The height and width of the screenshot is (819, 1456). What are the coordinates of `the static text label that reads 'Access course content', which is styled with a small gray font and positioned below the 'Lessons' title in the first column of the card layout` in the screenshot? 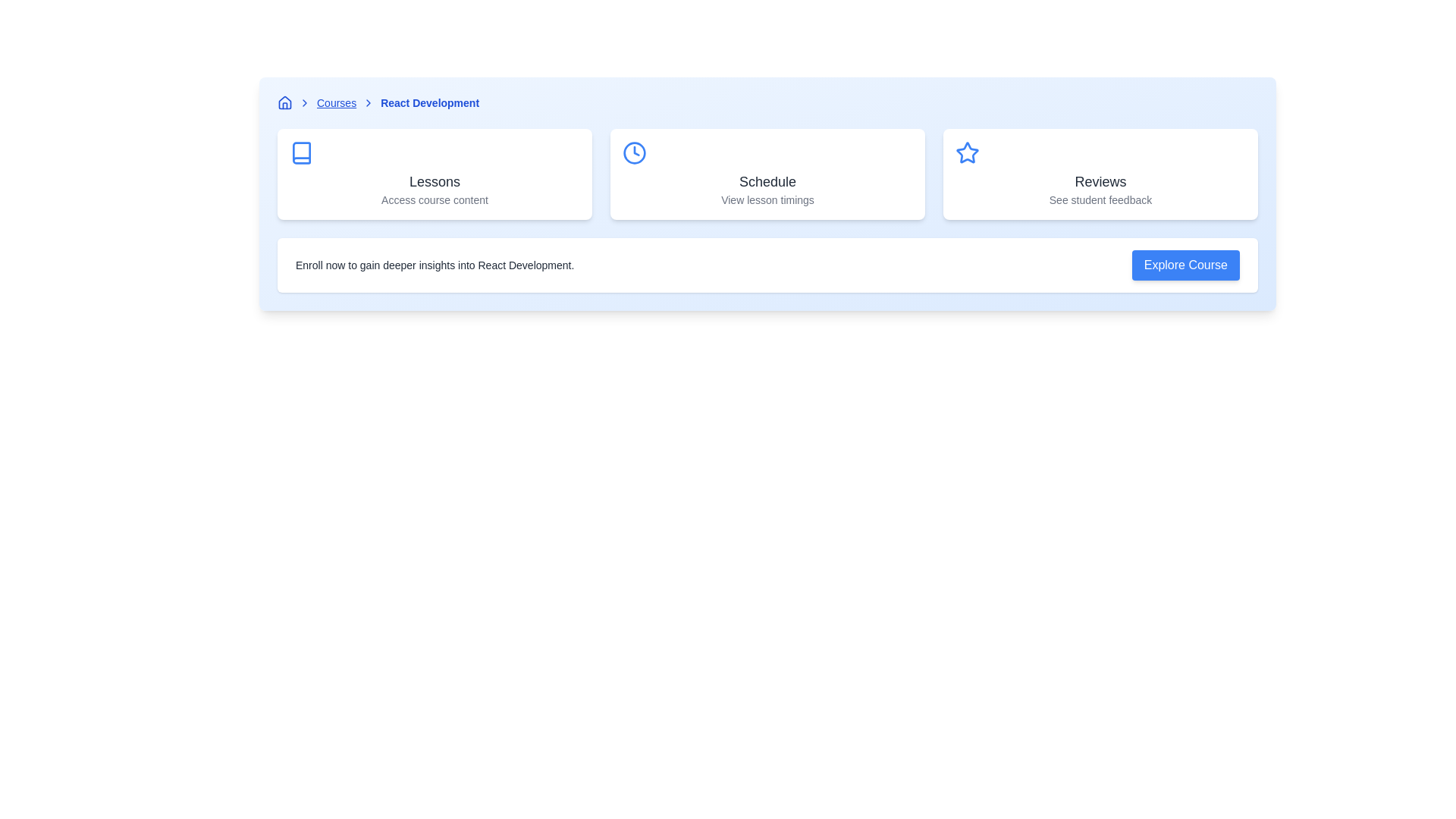 It's located at (434, 199).